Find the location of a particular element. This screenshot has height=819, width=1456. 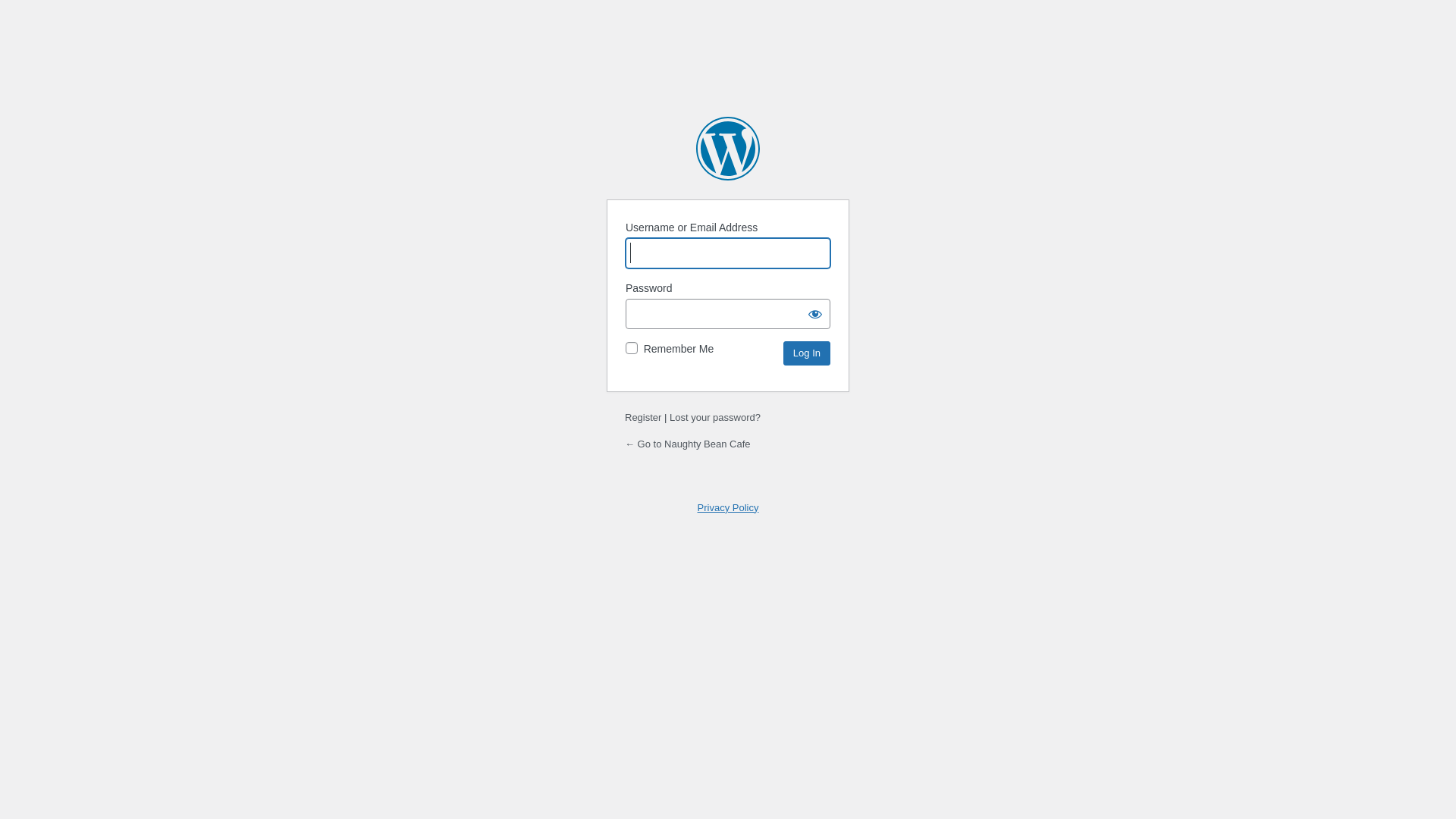

'Lost your password?' is located at coordinates (714, 417).